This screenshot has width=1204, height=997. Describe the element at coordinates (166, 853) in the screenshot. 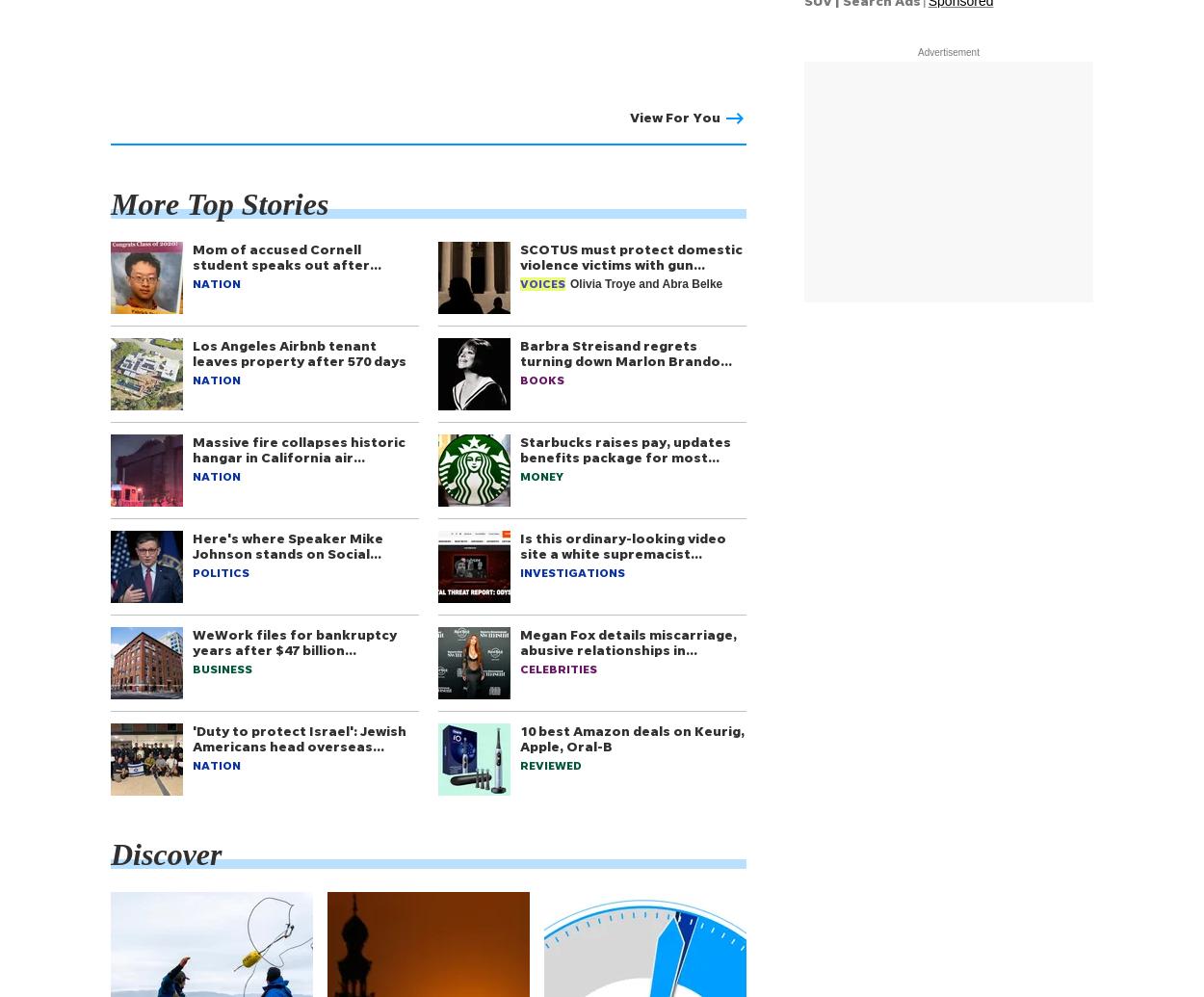

I see `'Discover'` at that location.